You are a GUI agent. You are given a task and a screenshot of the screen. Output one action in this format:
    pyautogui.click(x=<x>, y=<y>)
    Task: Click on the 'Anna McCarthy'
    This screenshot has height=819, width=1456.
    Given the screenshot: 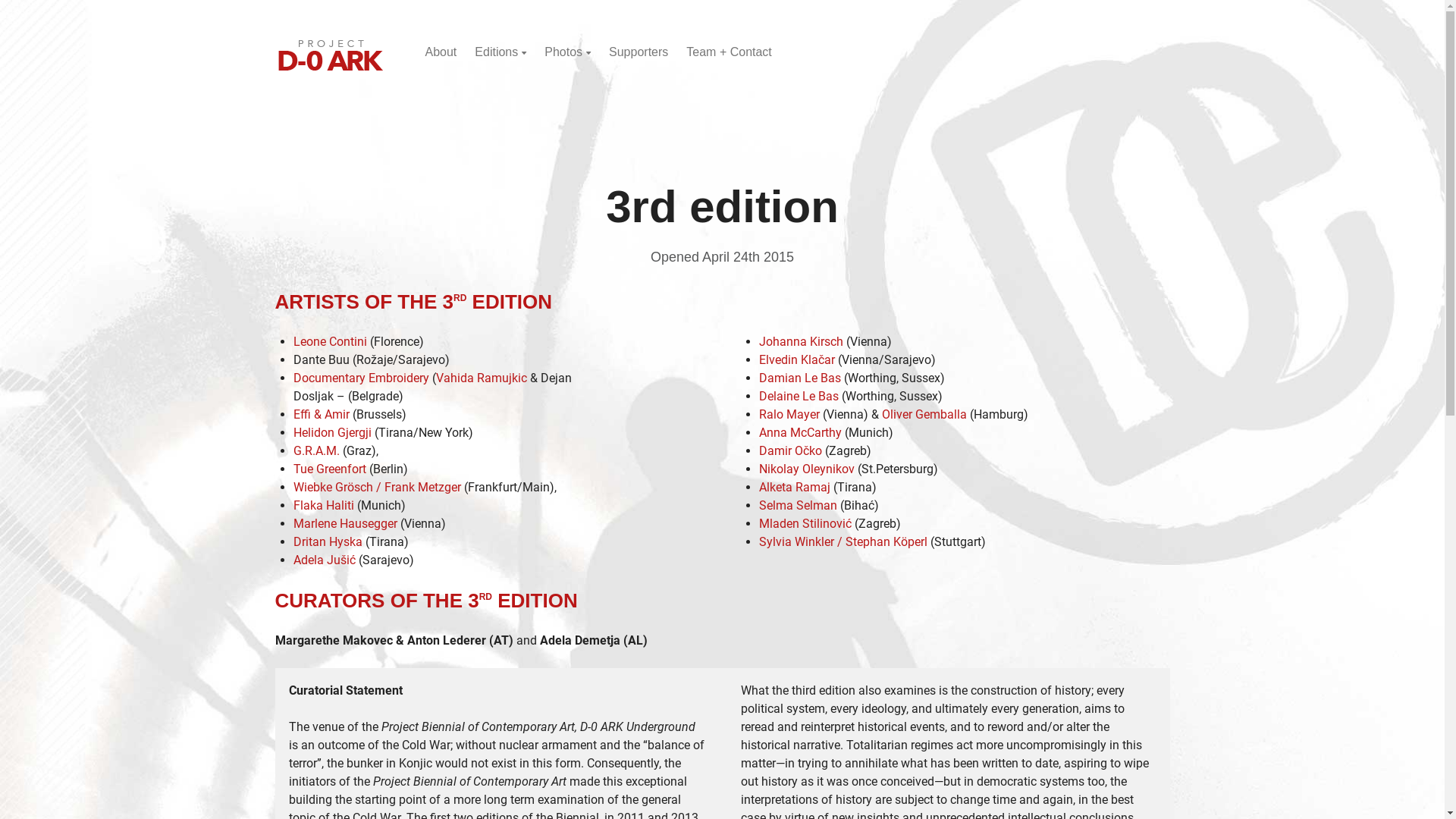 What is the action you would take?
    pyautogui.click(x=799, y=432)
    